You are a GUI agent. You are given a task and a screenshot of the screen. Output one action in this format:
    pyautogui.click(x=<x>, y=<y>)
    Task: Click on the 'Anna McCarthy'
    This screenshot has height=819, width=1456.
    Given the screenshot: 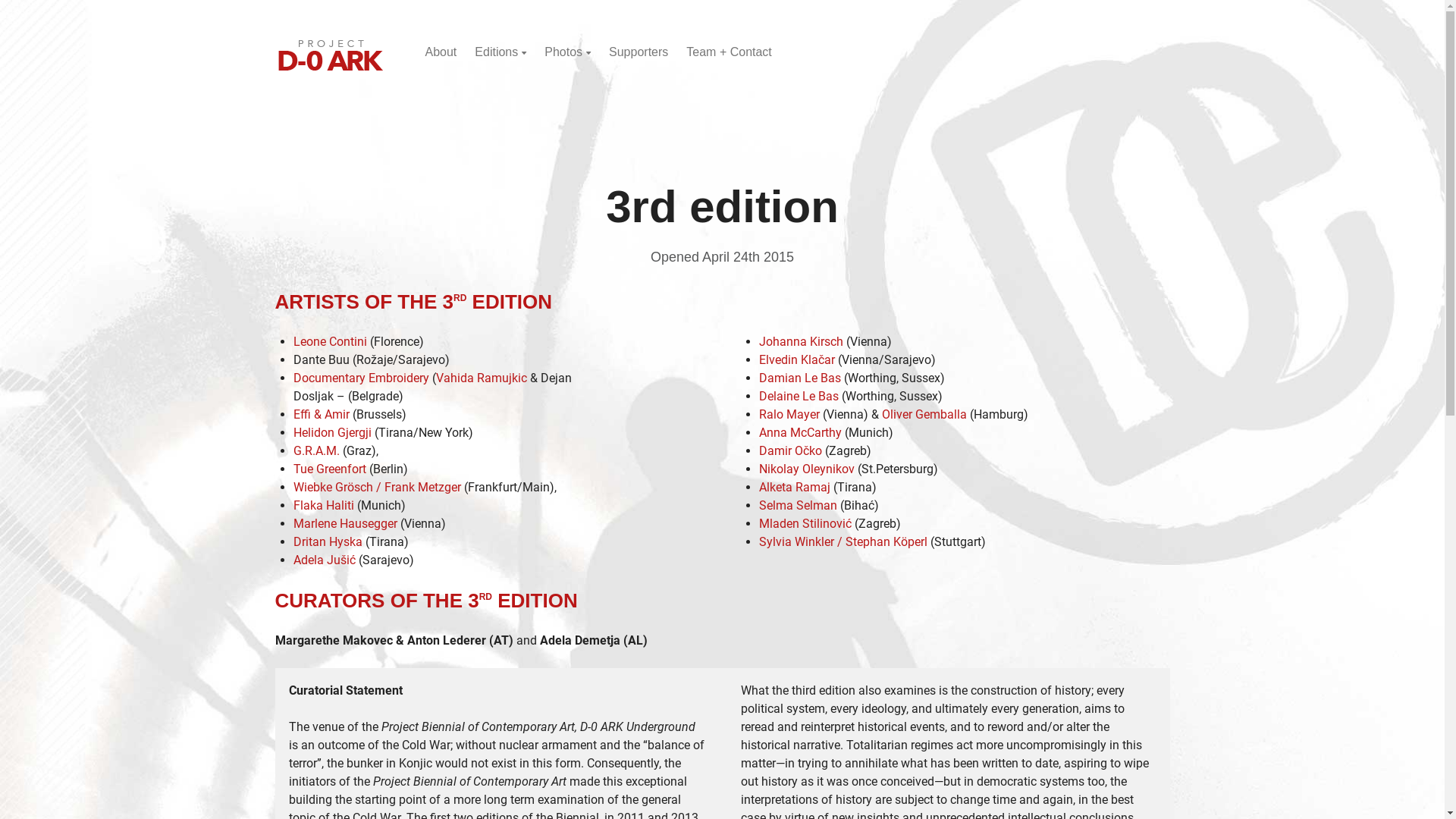 What is the action you would take?
    pyautogui.click(x=799, y=432)
    